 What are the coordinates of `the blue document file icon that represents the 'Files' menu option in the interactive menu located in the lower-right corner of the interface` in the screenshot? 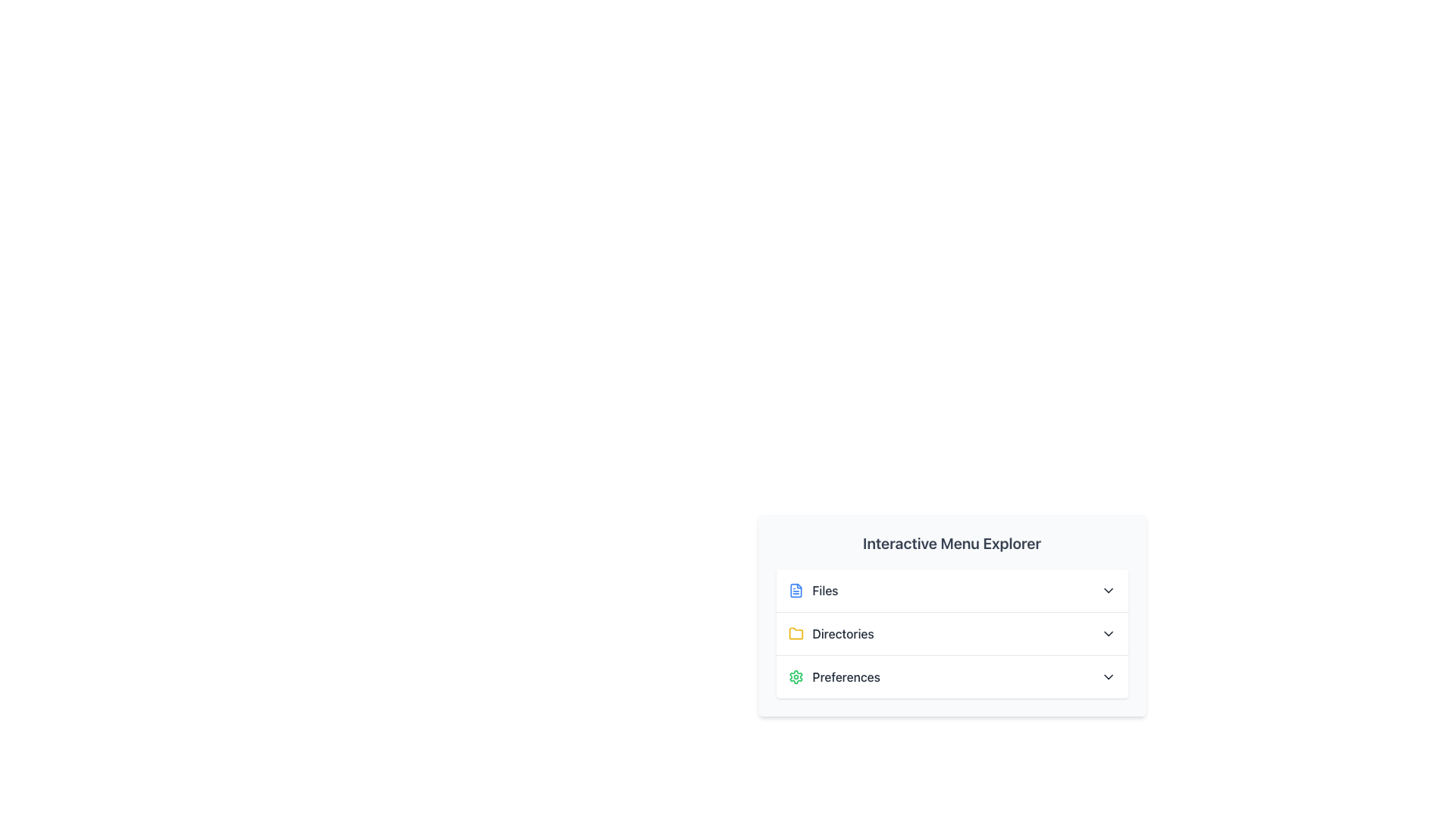 It's located at (795, 590).